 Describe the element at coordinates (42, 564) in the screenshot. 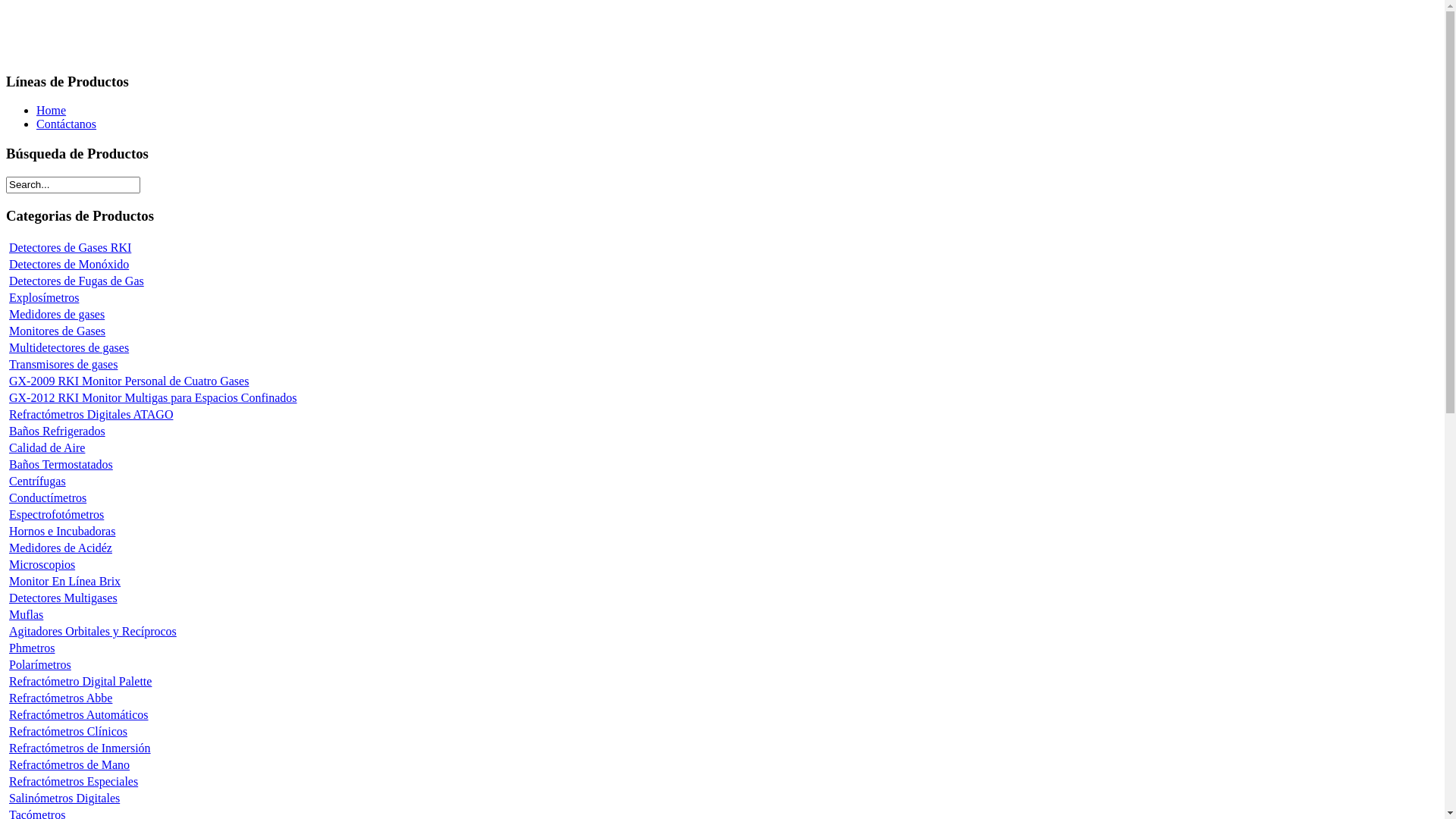

I see `'Microscopios'` at that location.